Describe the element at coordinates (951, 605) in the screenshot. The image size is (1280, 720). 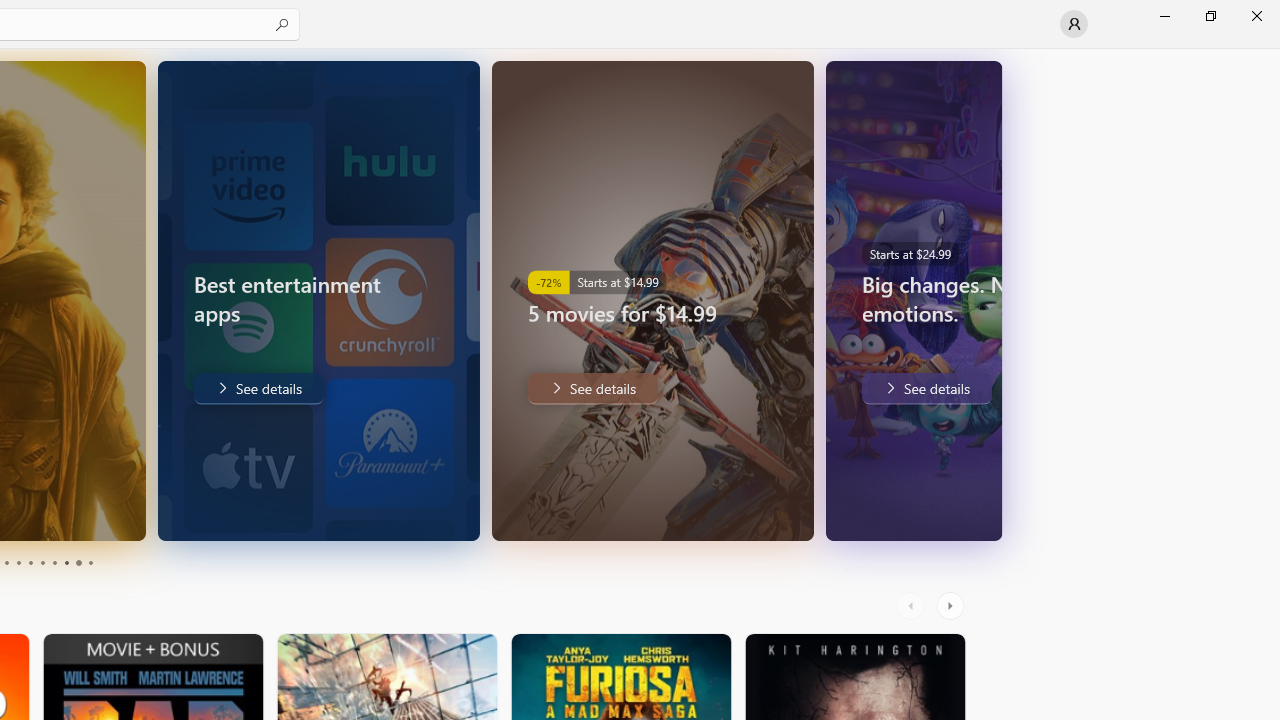
I see `'AutomationID: RightScrollButton'` at that location.